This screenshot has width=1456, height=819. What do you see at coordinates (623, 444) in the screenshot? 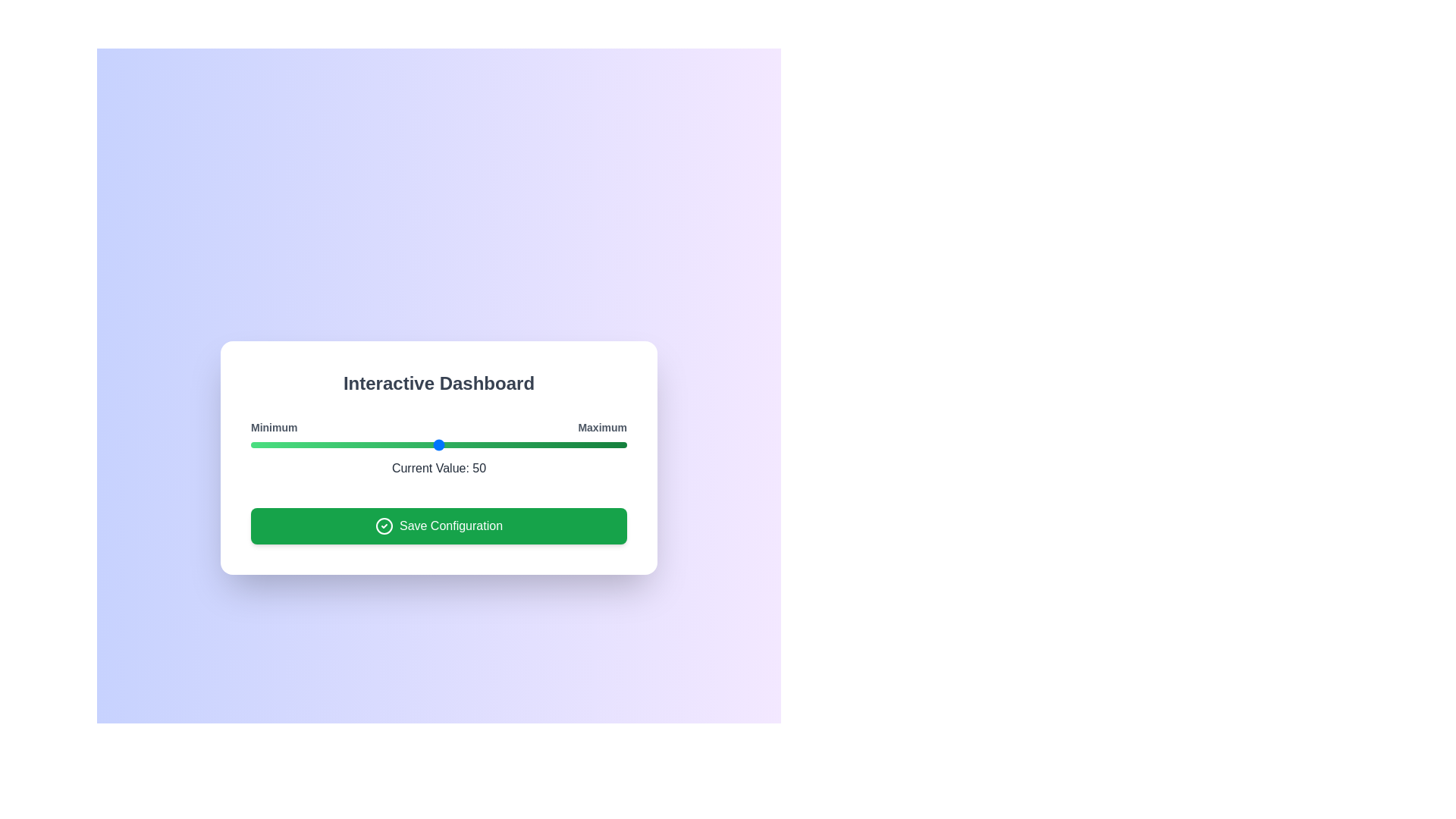
I see `the slider to set its value to 99` at bounding box center [623, 444].